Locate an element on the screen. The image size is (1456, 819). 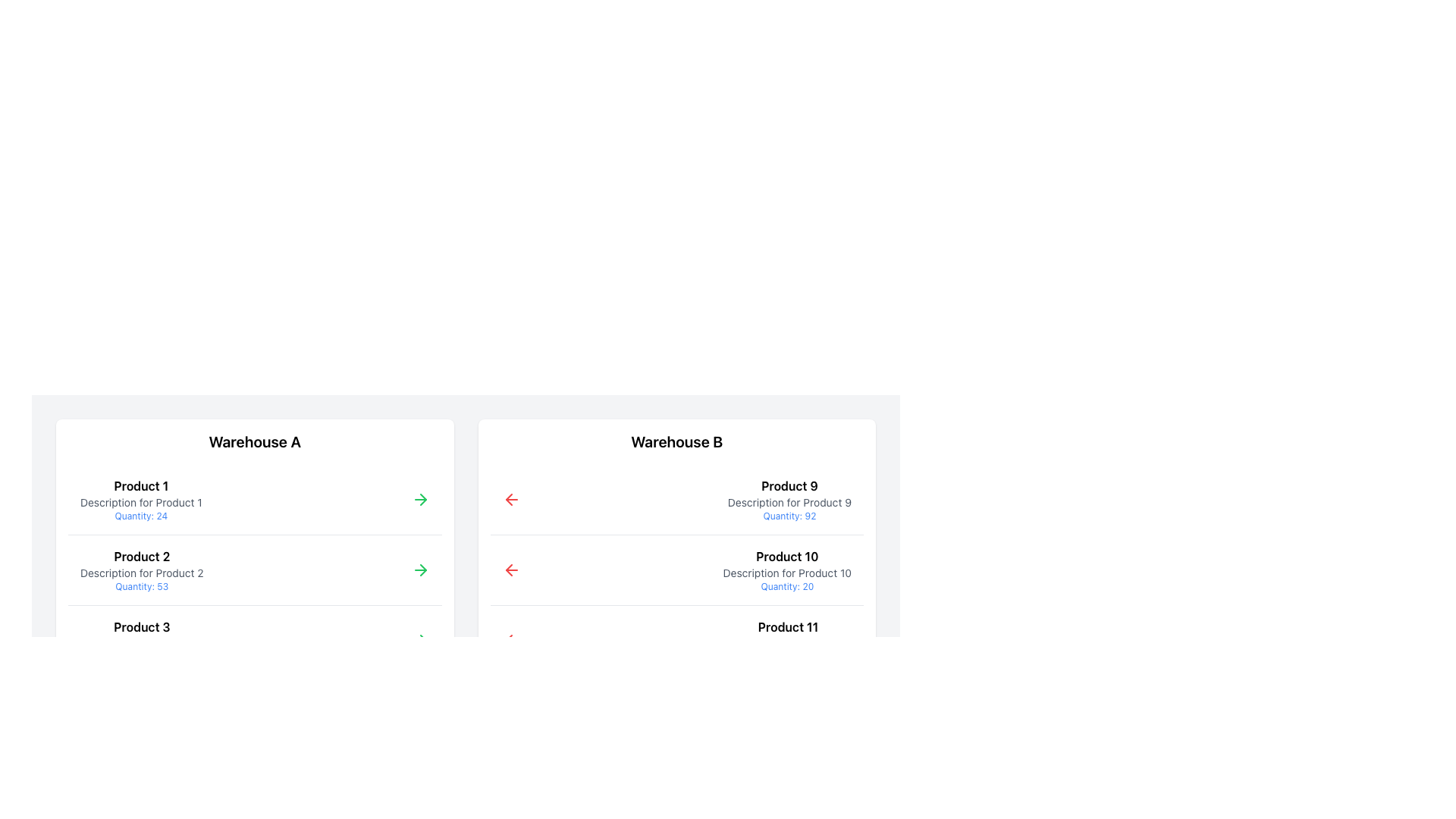
details of the text block displaying 'Product 9', which includes its name, description, and quantity, located in the Warehouse B section is located at coordinates (789, 500).